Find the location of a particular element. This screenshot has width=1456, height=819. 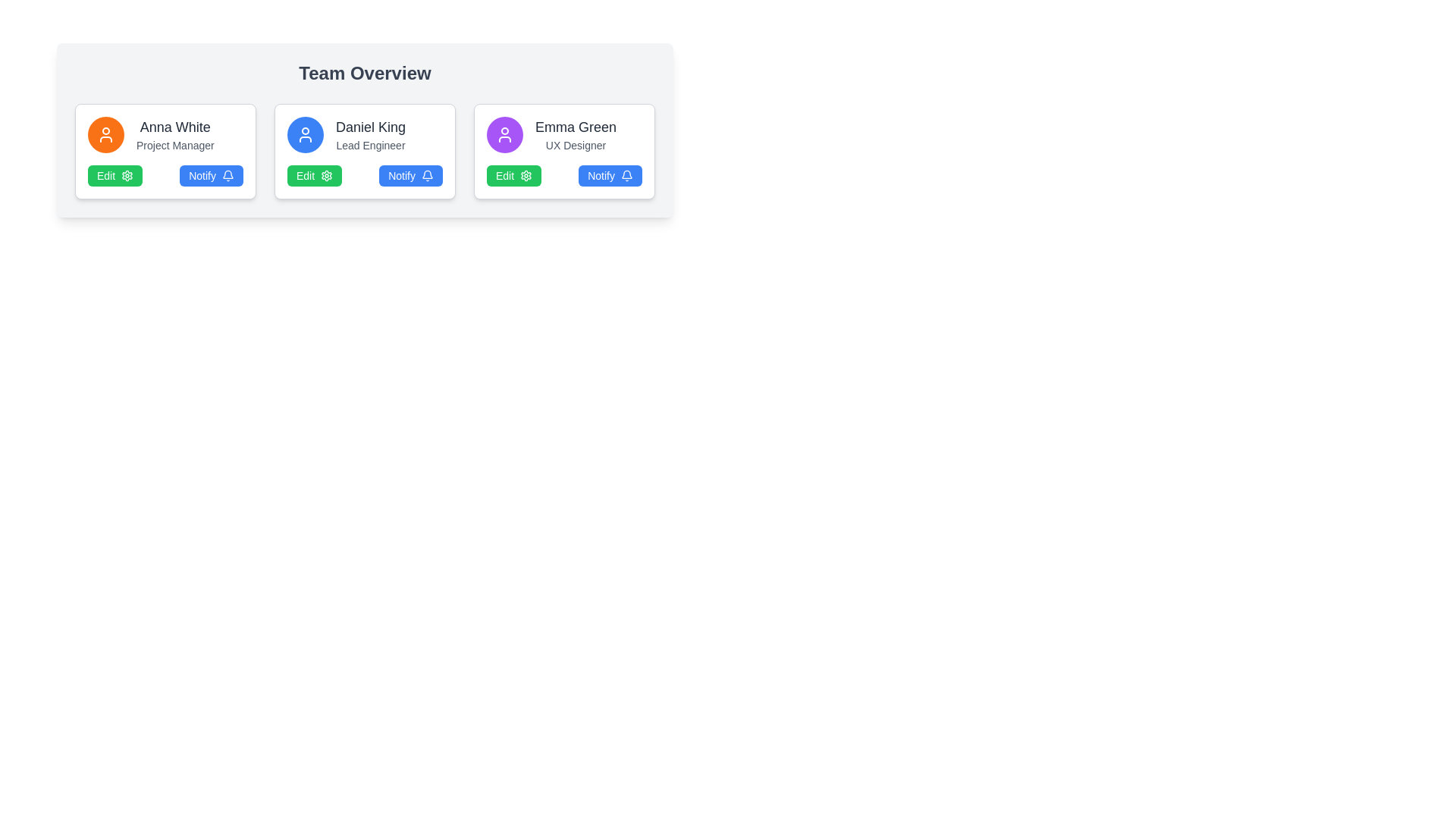

the Text Label of the 'Notify' button located on the left side, under the 'Anna White' card in the 'Team Overview' section is located at coordinates (202, 174).